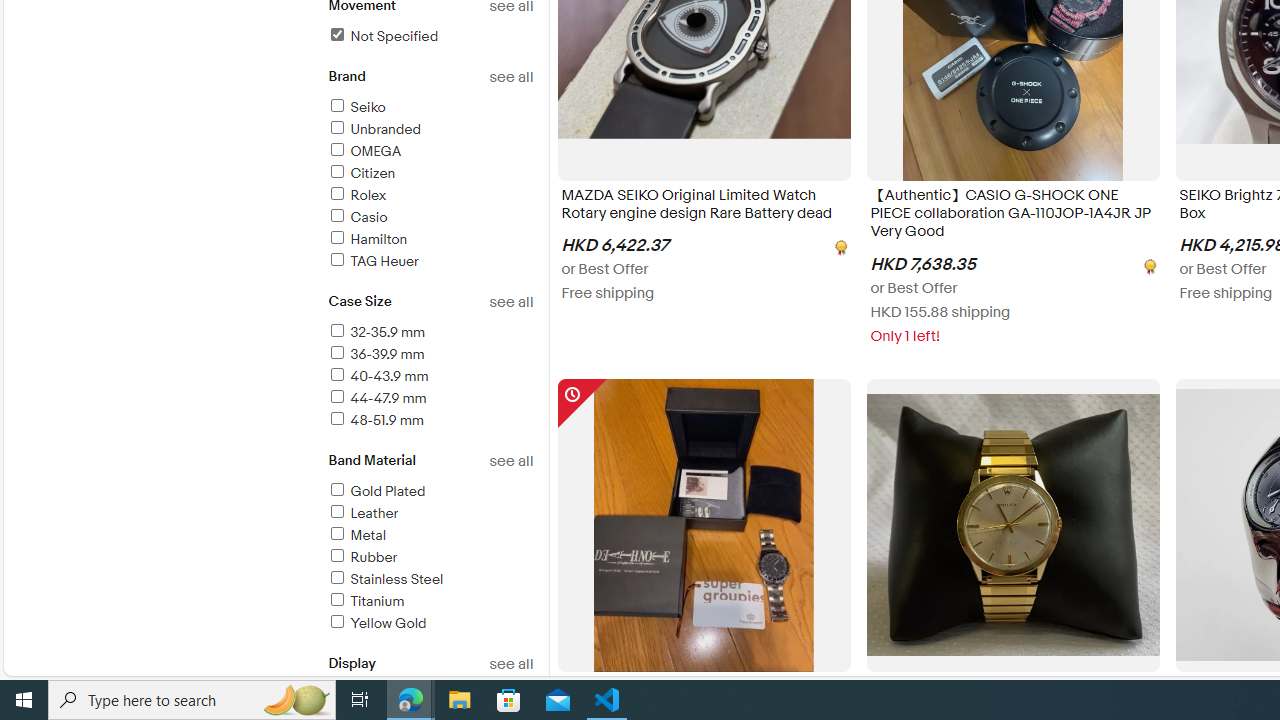  Describe the element at coordinates (365, 600) in the screenshot. I see `'Titanium'` at that location.